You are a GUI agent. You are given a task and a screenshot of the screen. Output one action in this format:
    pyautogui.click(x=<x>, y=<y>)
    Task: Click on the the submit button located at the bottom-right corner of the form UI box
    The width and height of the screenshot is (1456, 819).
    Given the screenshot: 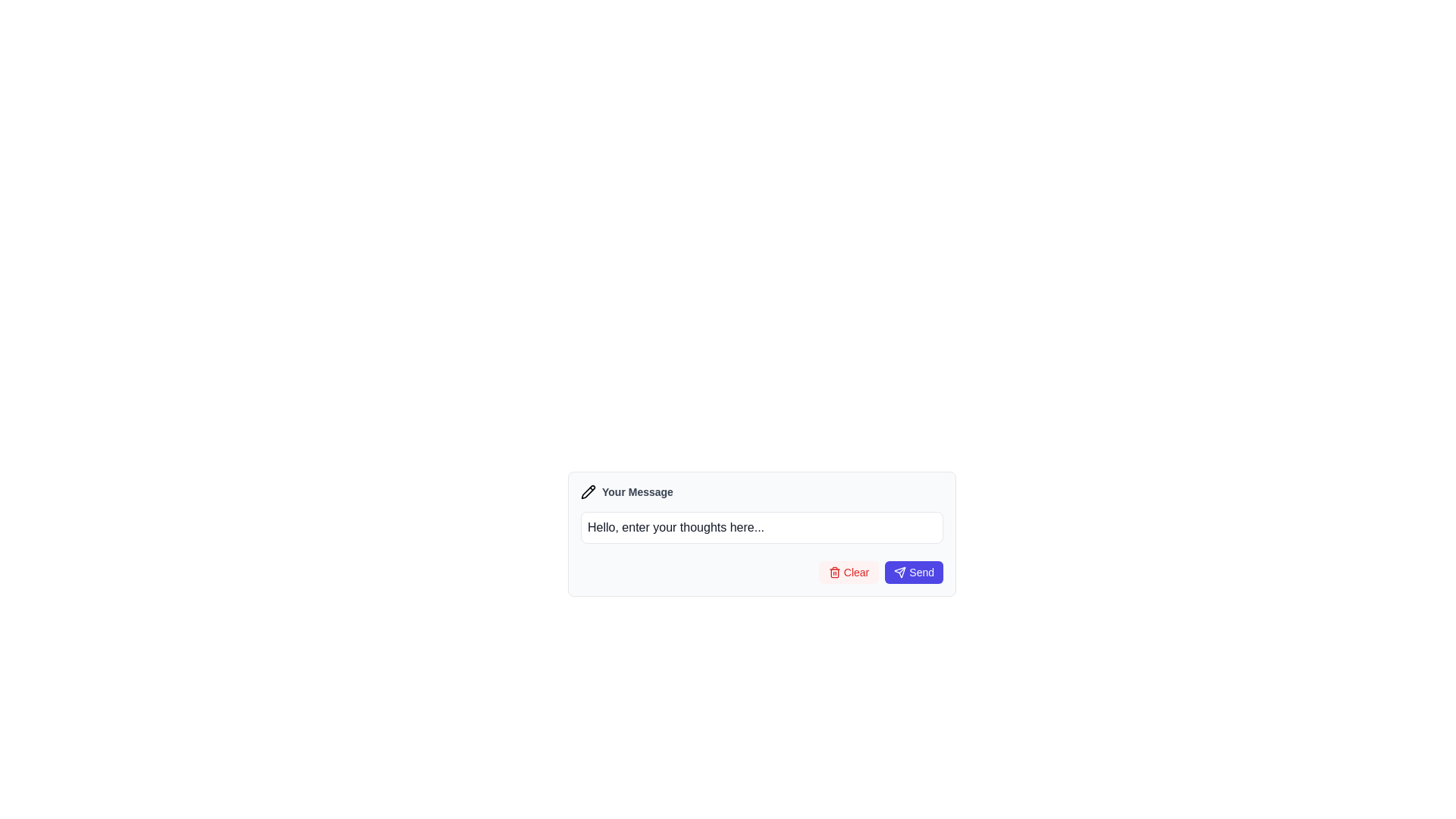 What is the action you would take?
    pyautogui.click(x=913, y=573)
    